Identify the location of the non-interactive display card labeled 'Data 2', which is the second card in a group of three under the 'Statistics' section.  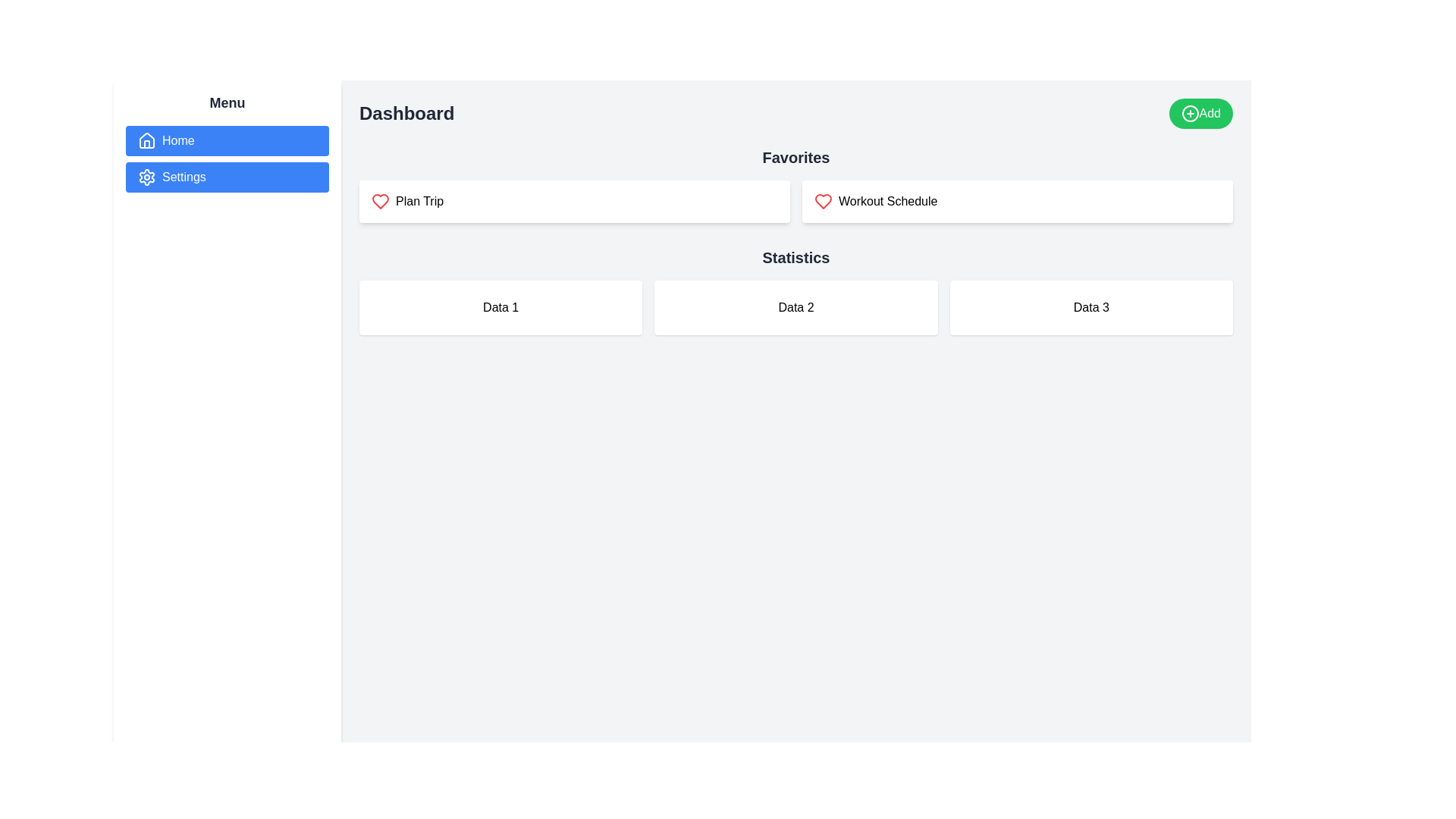
(795, 307).